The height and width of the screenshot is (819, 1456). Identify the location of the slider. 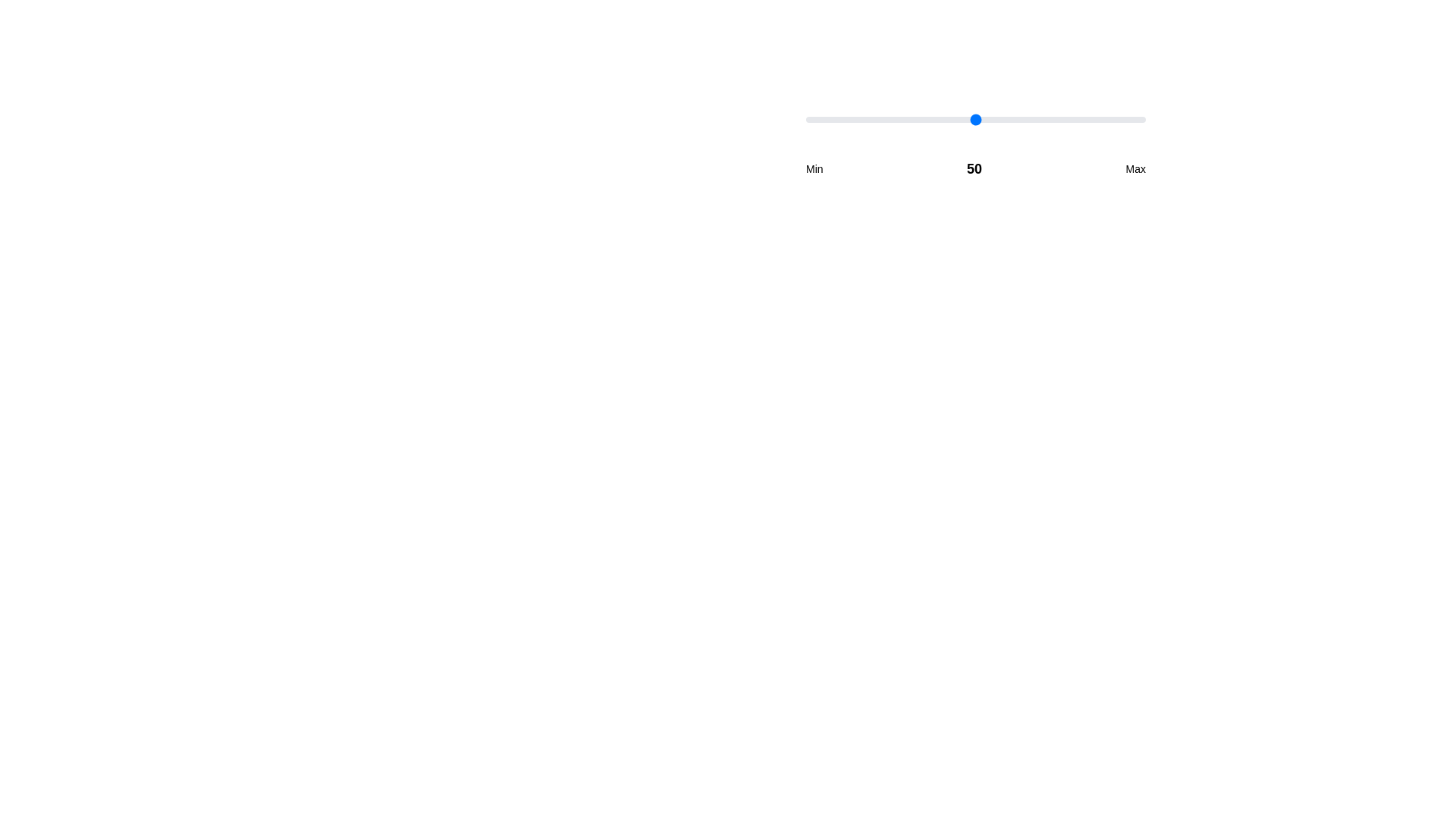
(910, 119).